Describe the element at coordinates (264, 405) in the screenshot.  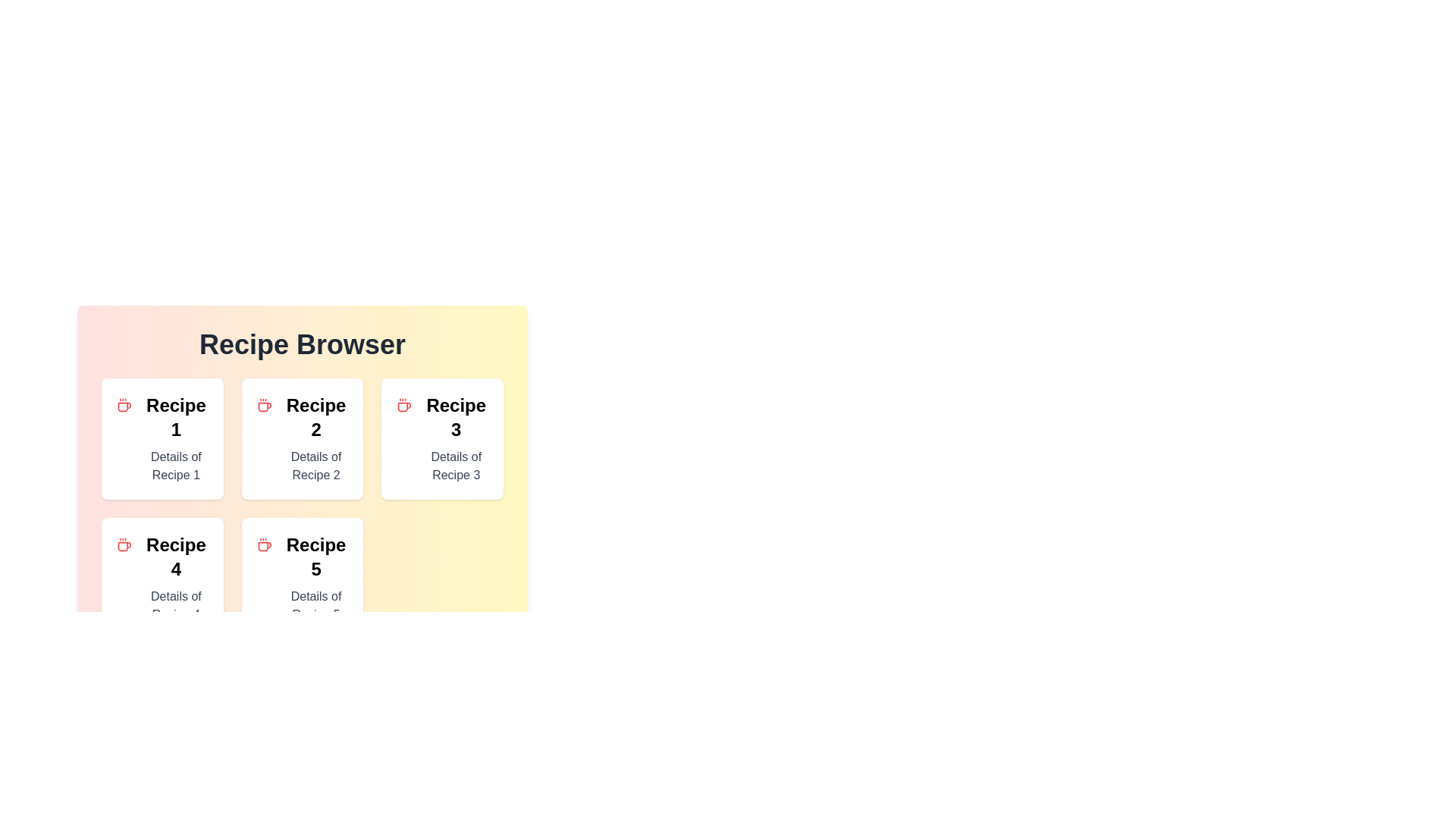
I see `the coffee cup icon located in the card labeled 'Recipe 2', positioned at the top-left corner of the card to the left of the title text 'Recipe 2'` at that location.